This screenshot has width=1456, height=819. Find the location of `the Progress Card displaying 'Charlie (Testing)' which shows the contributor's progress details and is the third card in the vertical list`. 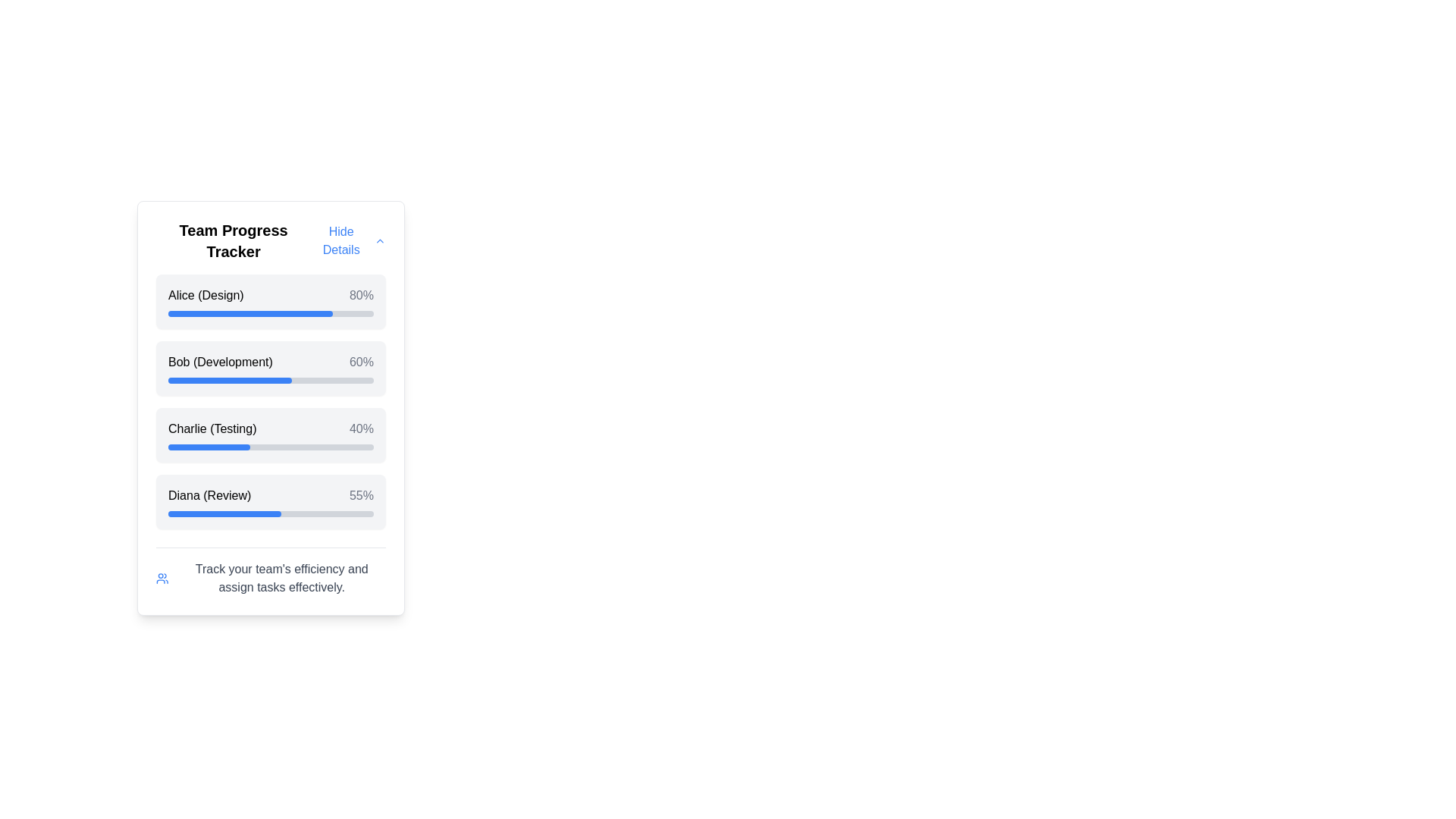

the Progress Card displaying 'Charlie (Testing)' which shows the contributor's progress details and is the third card in the vertical list is located at coordinates (271, 435).